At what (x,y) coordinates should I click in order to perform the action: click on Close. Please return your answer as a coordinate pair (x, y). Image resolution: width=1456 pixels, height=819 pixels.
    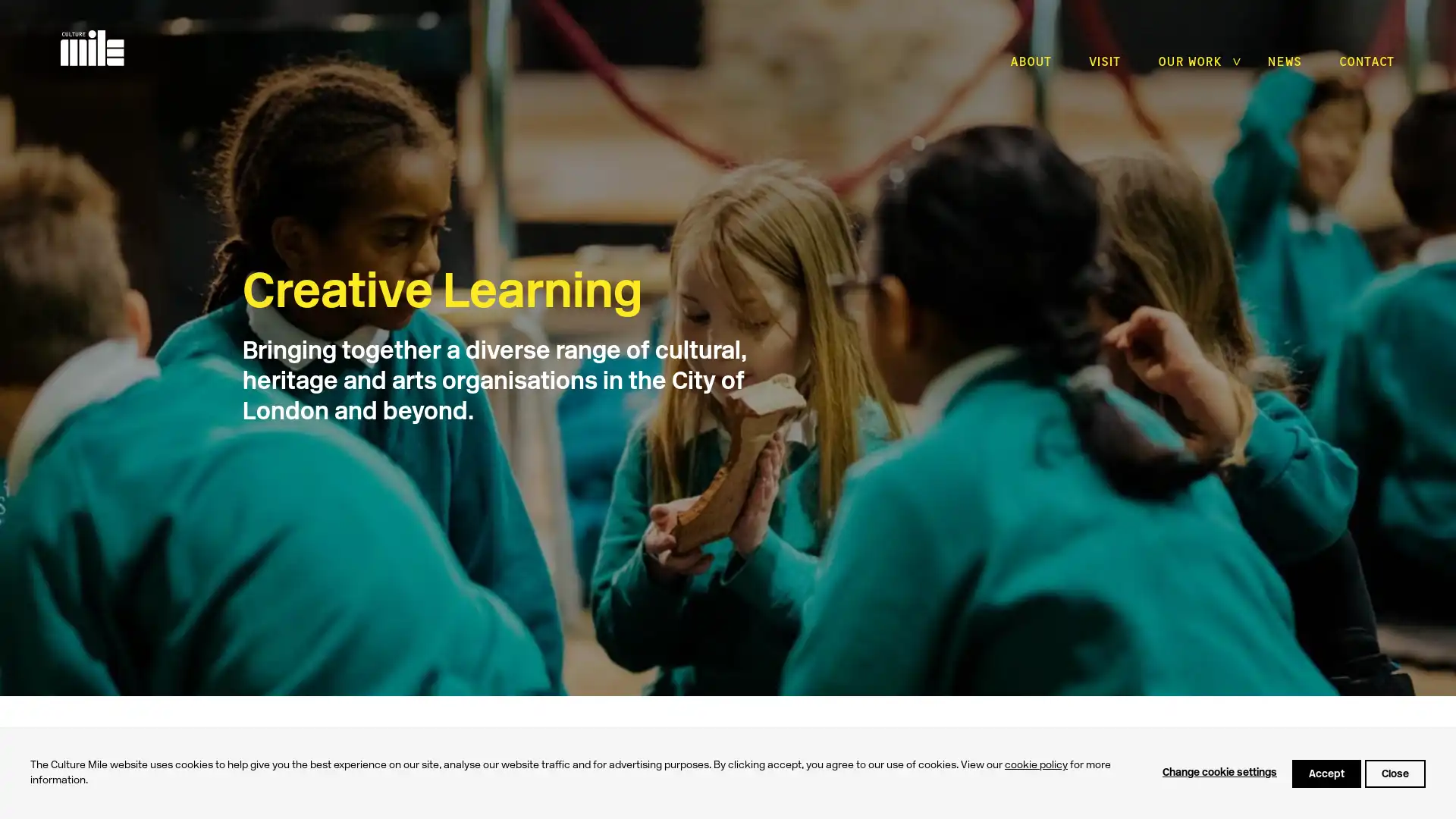
    Looking at the image, I should click on (1395, 773).